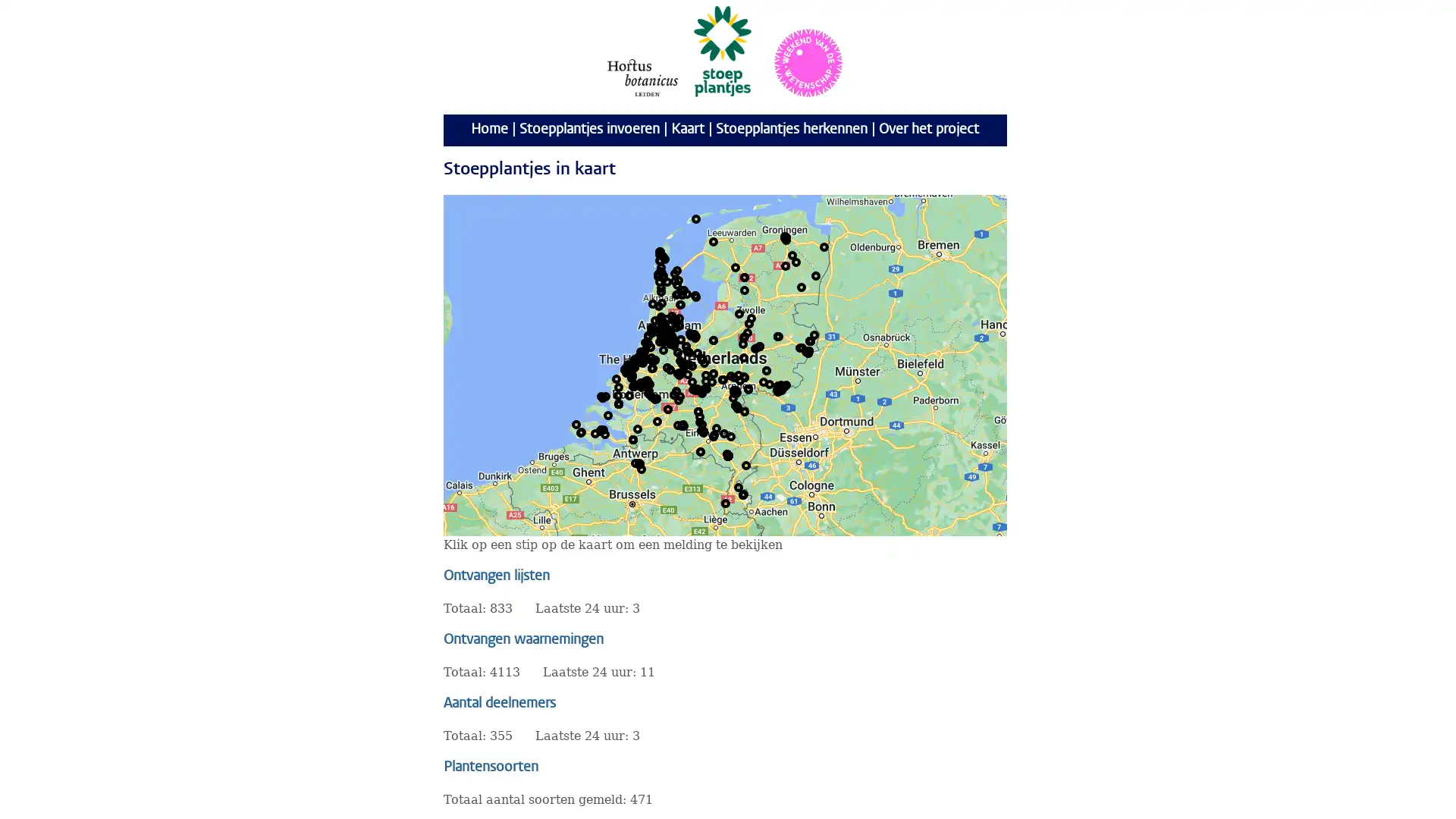 This screenshot has height=819, width=1456. Describe the element at coordinates (664, 331) in the screenshot. I see `Telling van op 02 februari 2022` at that location.